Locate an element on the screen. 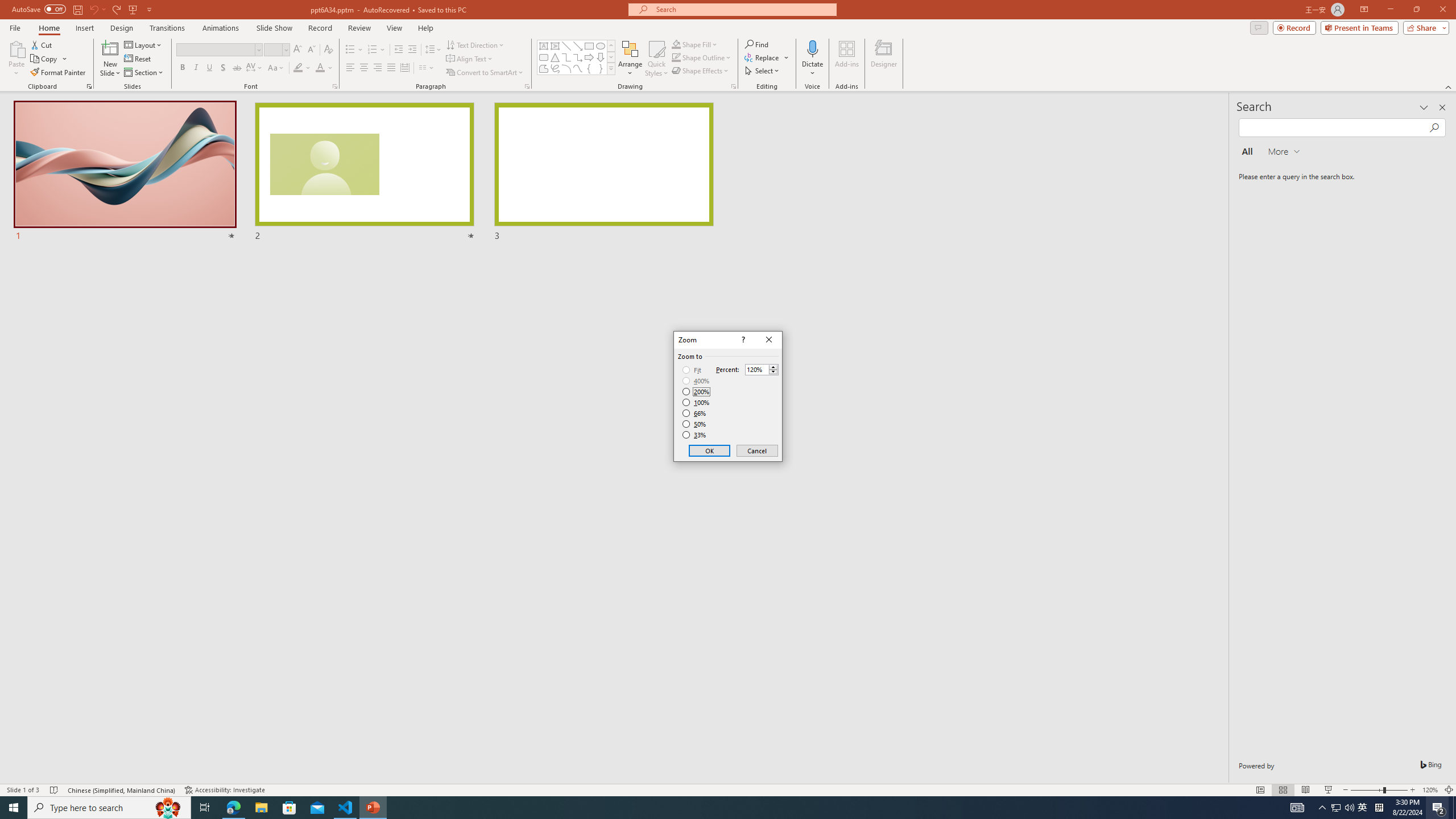 The image size is (1456, 819). 'Zoom 120%' is located at coordinates (1430, 790).